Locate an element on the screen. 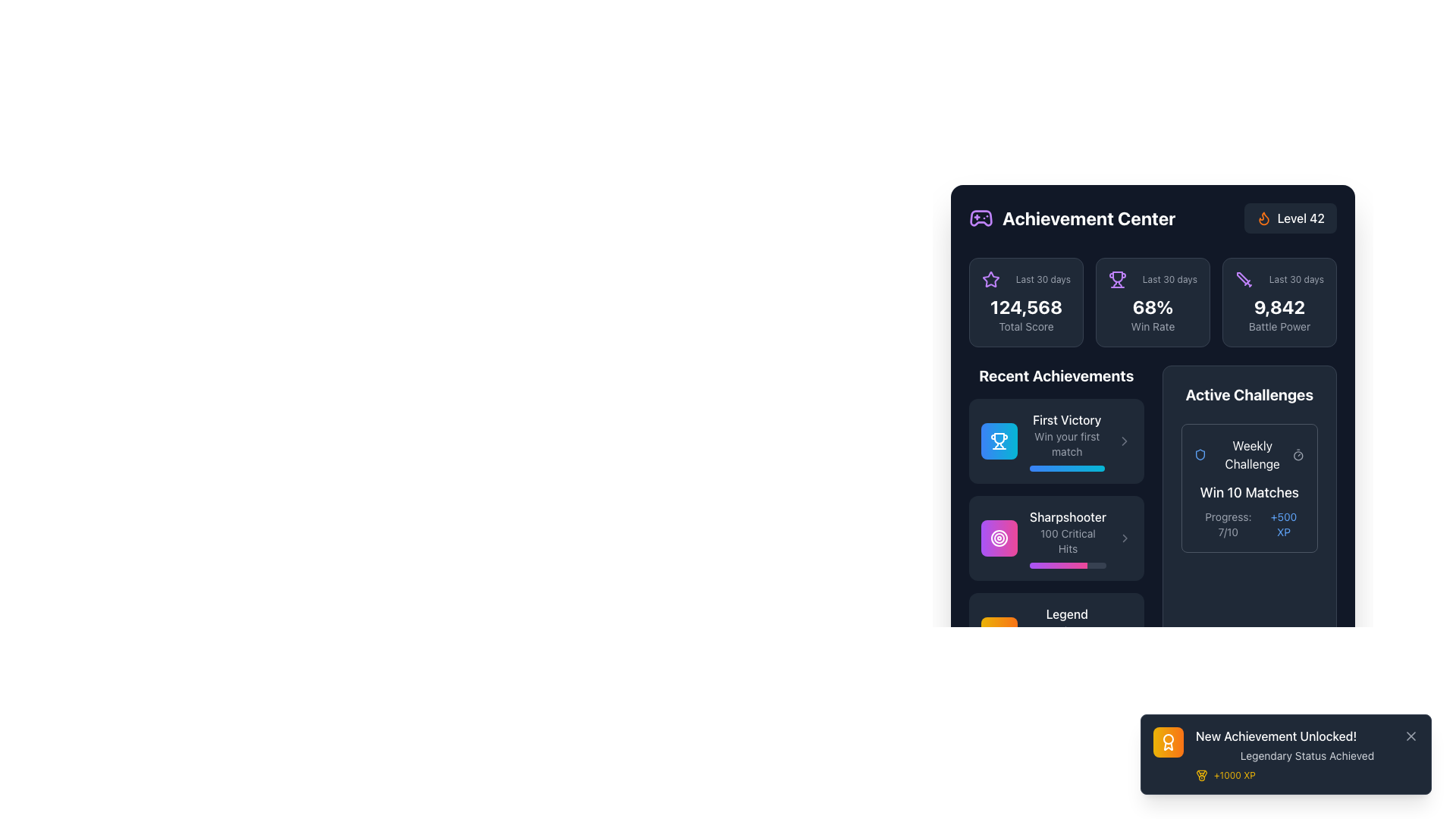  the header section of the 'Achievement Center' interface is located at coordinates (1153, 218).